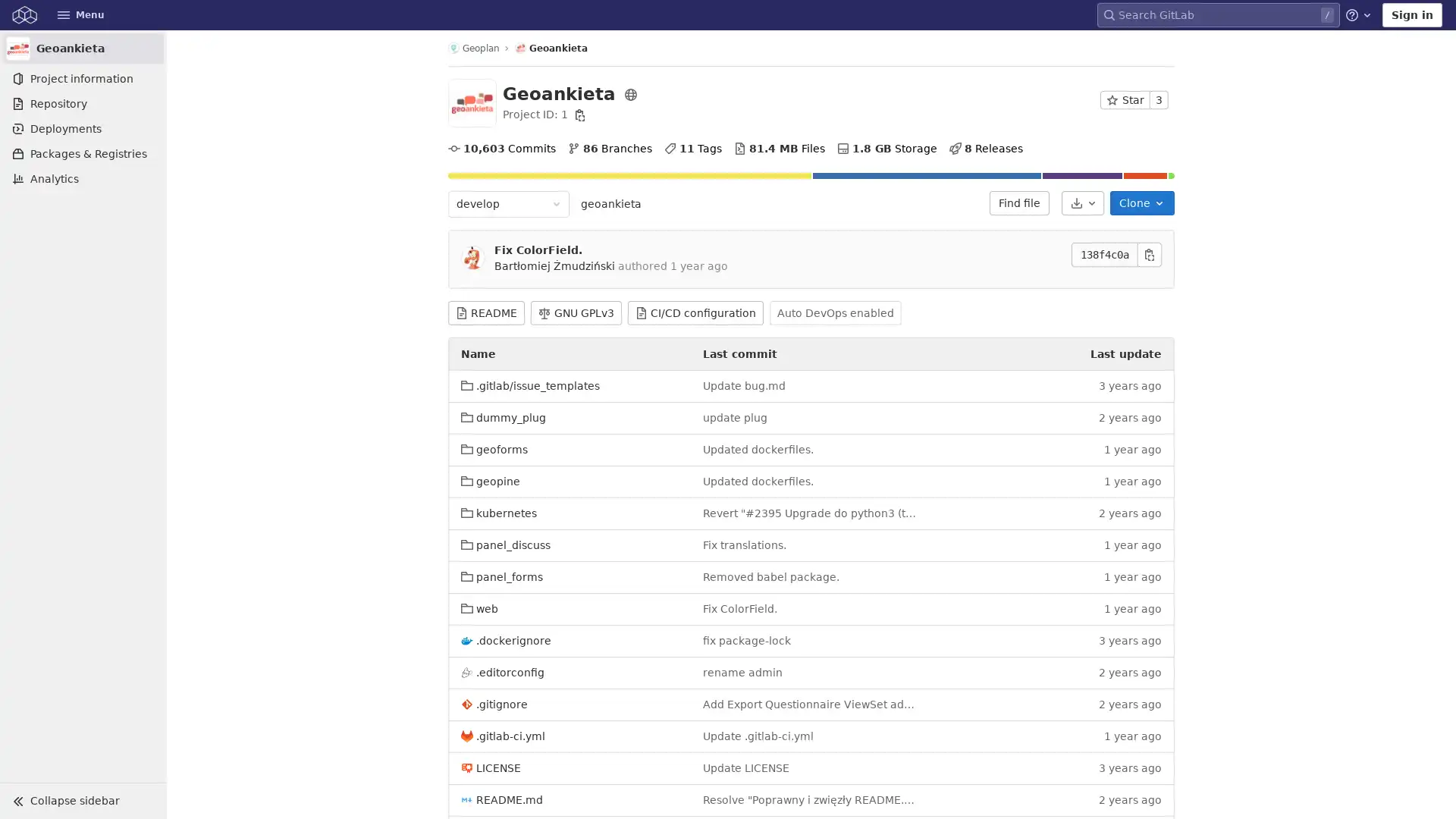  I want to click on Copy commit SHA, so click(1150, 253).